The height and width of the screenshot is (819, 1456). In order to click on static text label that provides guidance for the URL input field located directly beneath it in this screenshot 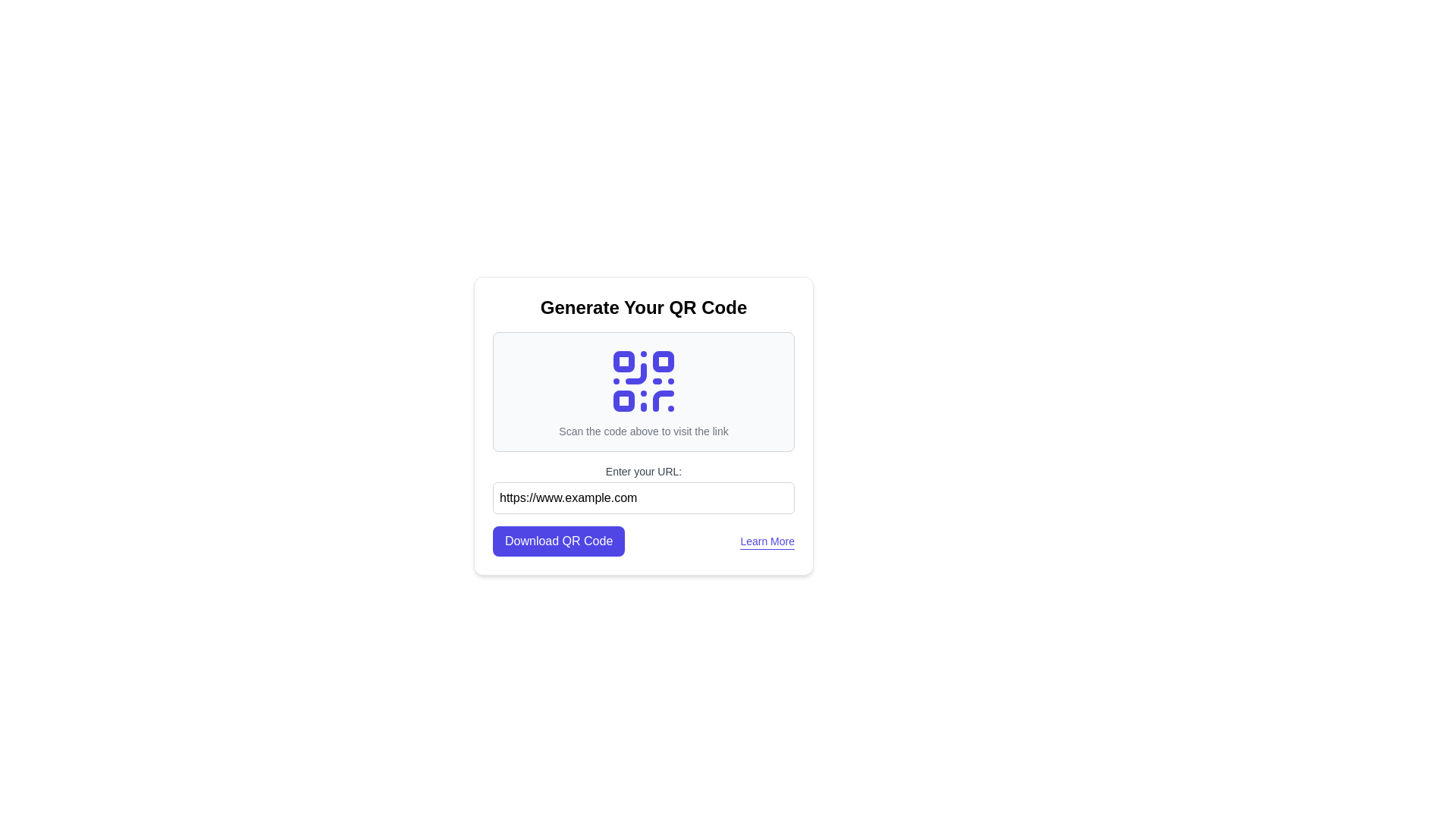, I will do `click(644, 470)`.